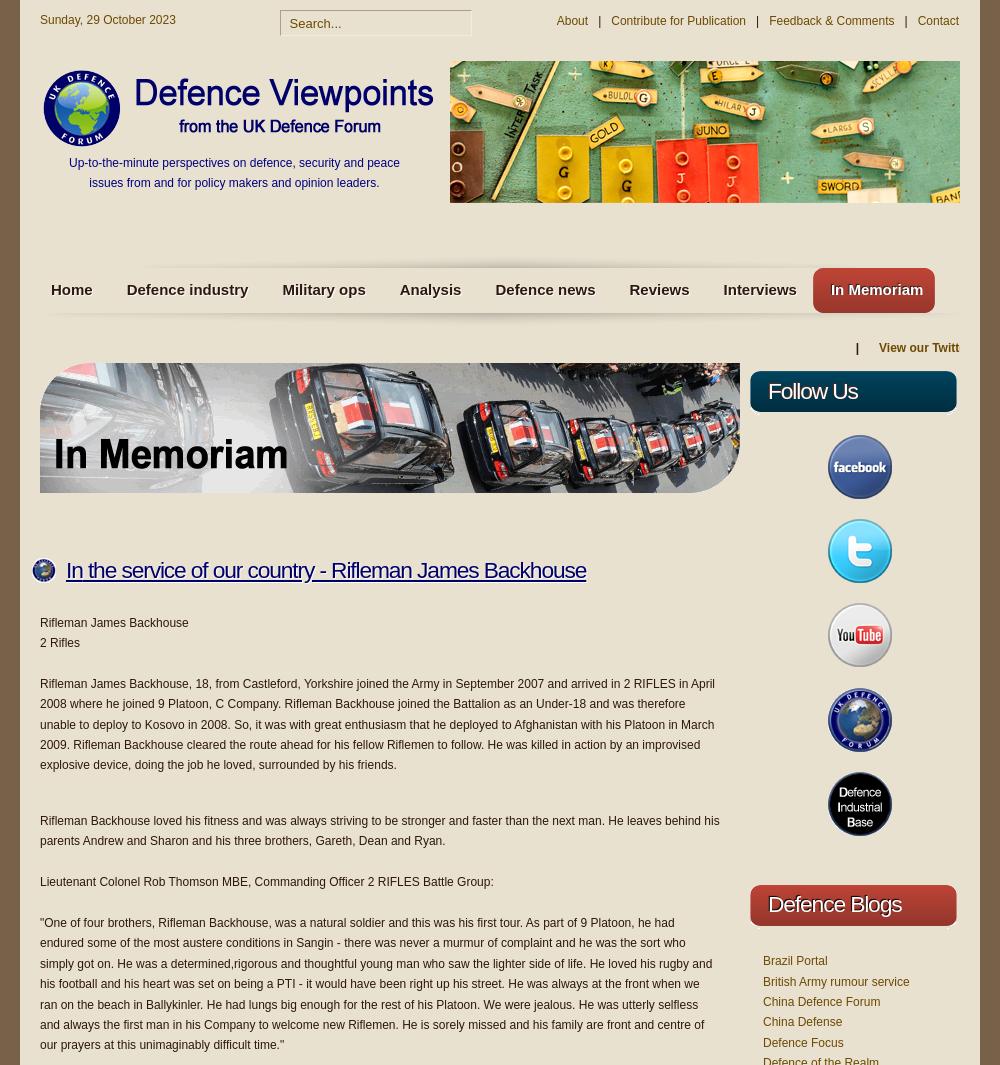  I want to click on 'Sunday, 29 October 2023', so click(40, 19).